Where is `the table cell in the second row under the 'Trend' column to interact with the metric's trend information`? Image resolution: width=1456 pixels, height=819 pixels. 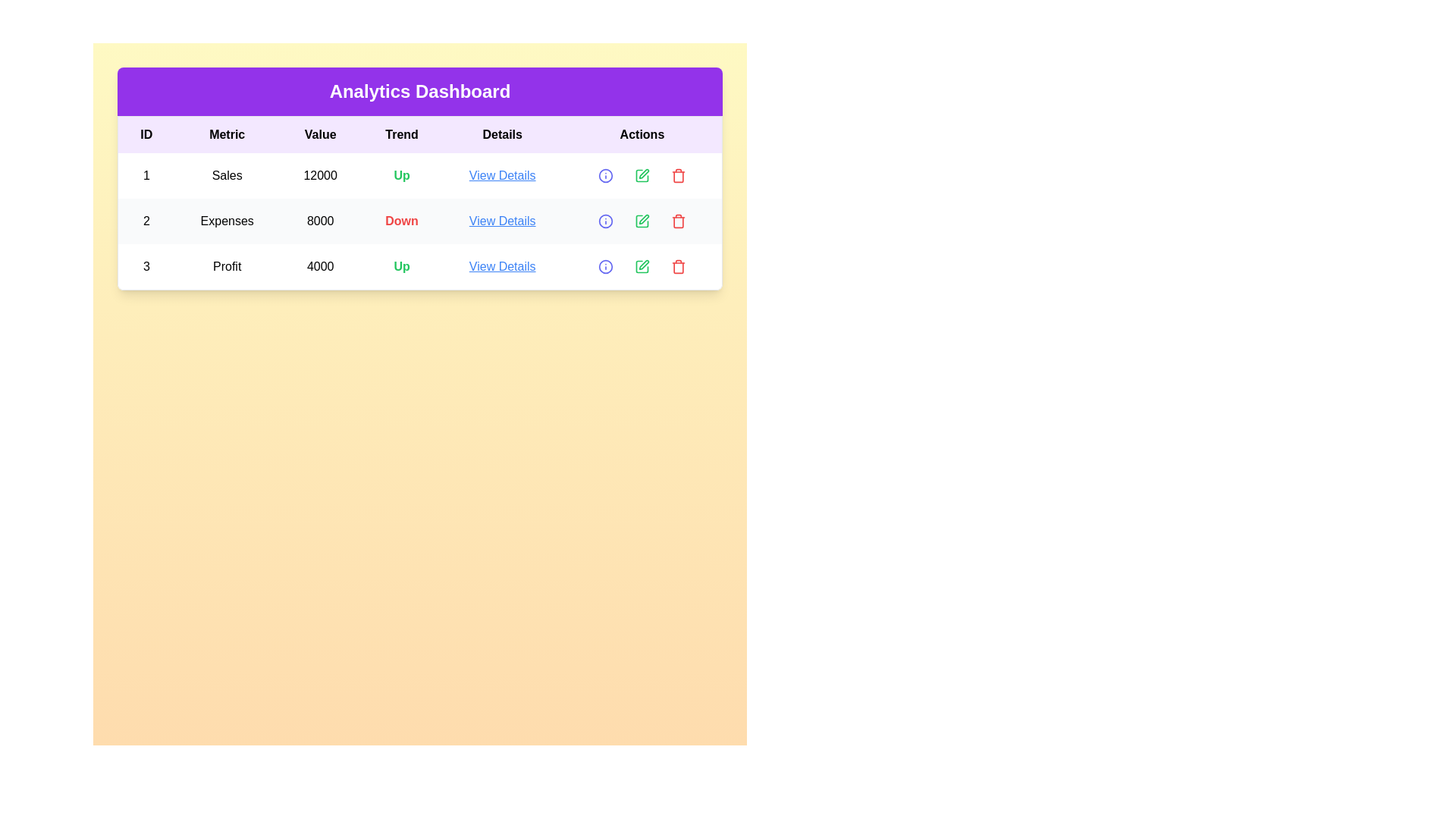 the table cell in the second row under the 'Trend' column to interact with the metric's trend information is located at coordinates (419, 202).